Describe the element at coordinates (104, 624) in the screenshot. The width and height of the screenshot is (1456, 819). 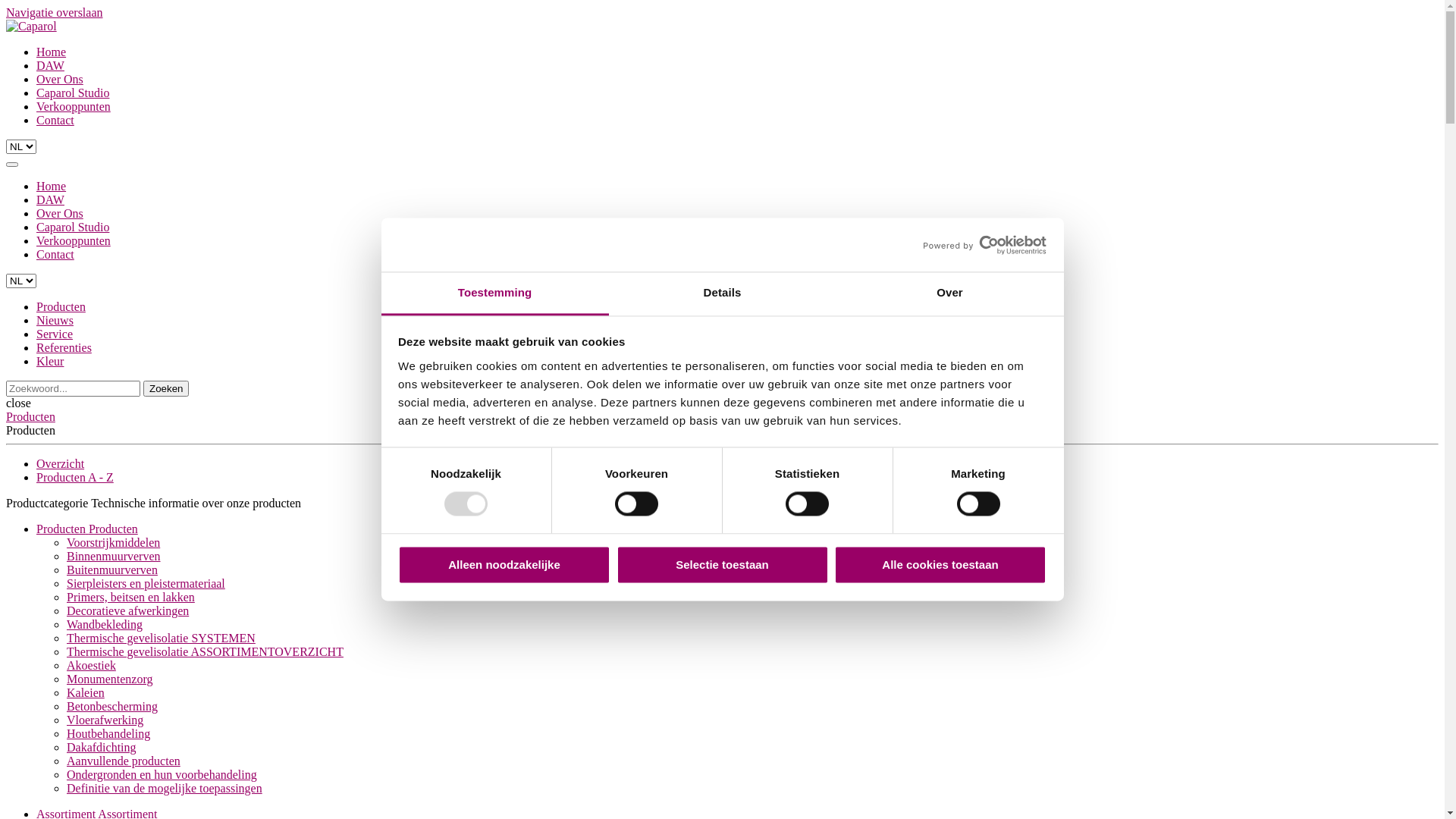
I see `'Wandbekleding'` at that location.